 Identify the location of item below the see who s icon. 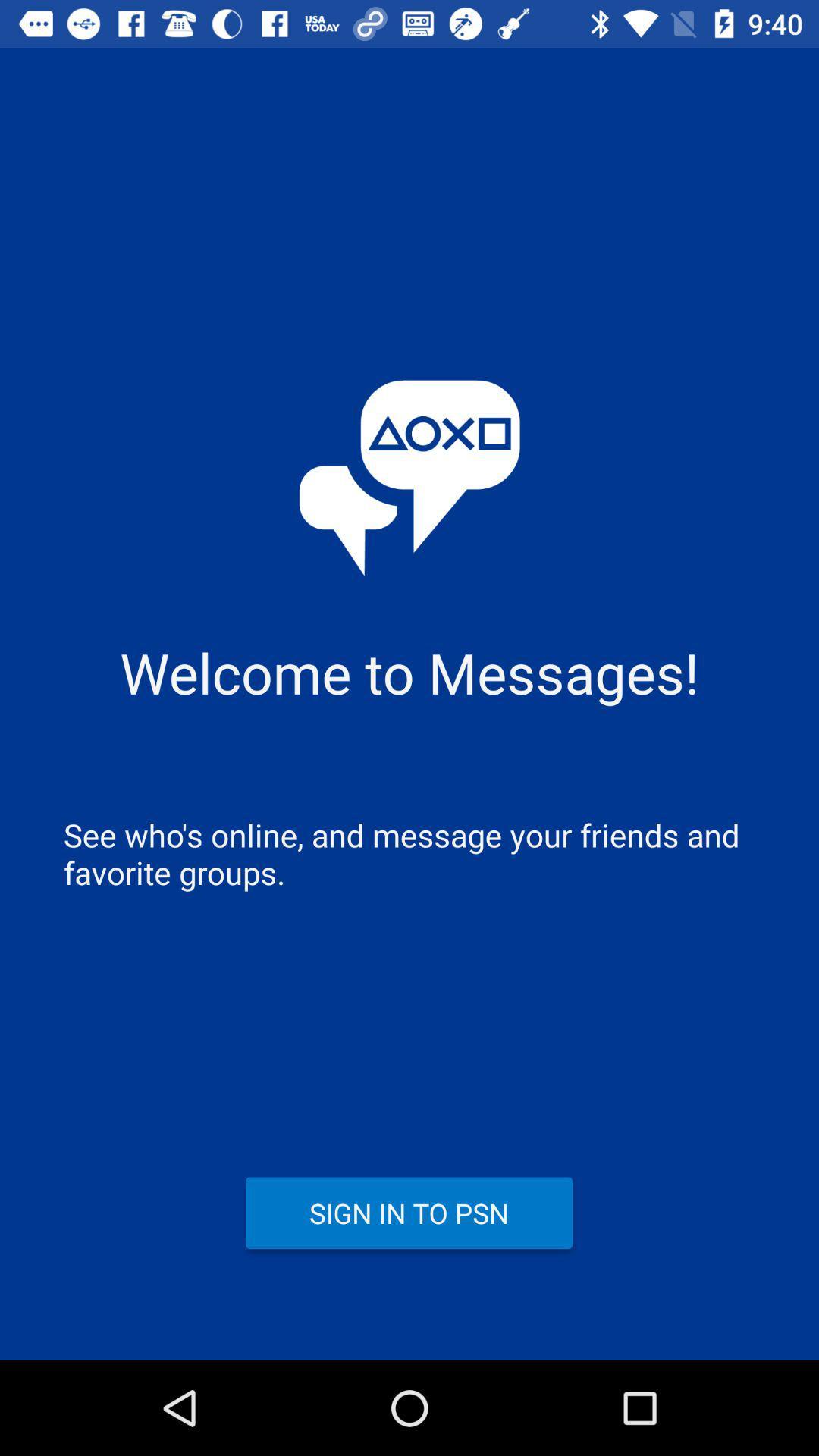
(408, 1212).